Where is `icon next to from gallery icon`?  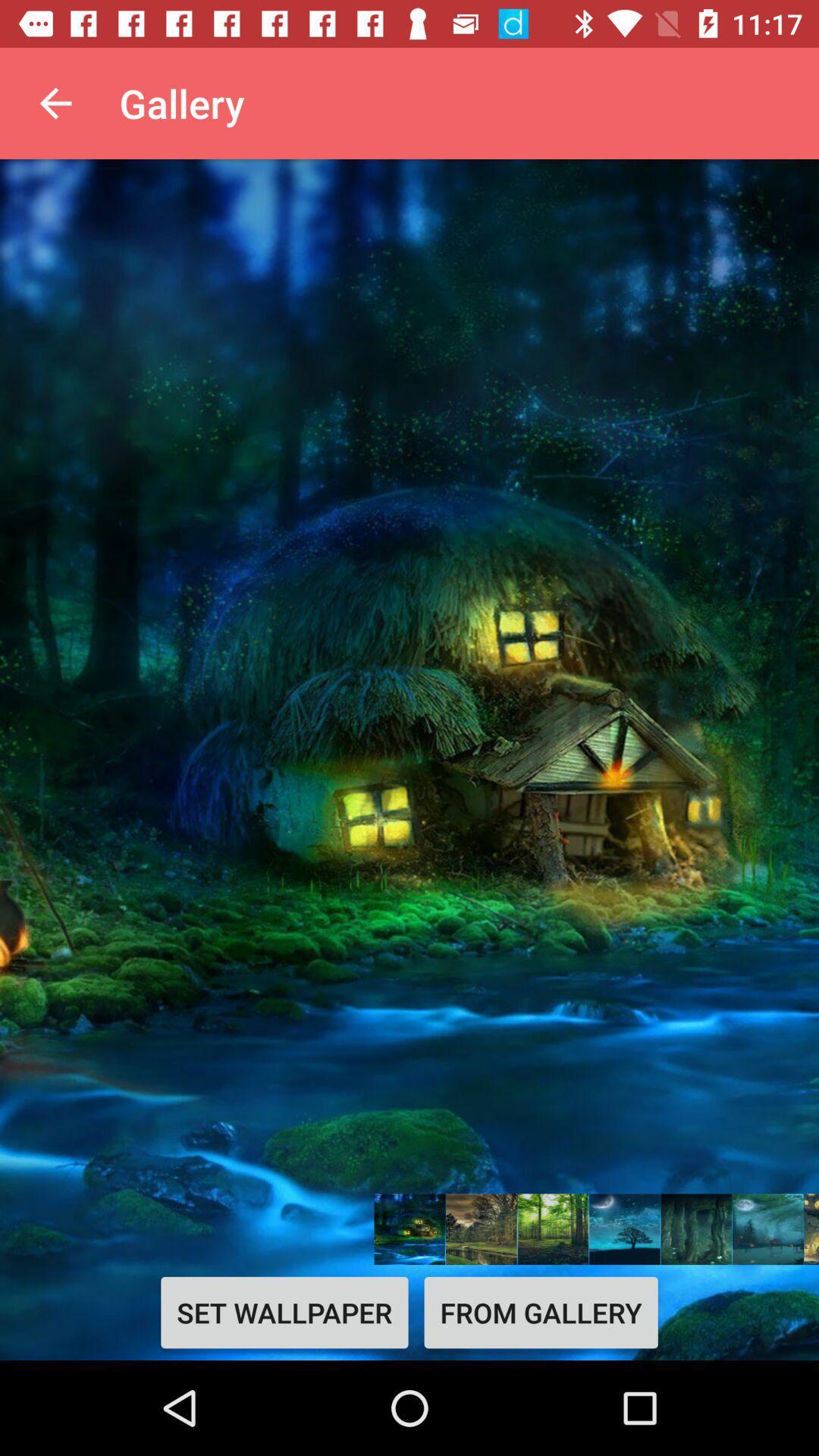
icon next to from gallery icon is located at coordinates (284, 1312).